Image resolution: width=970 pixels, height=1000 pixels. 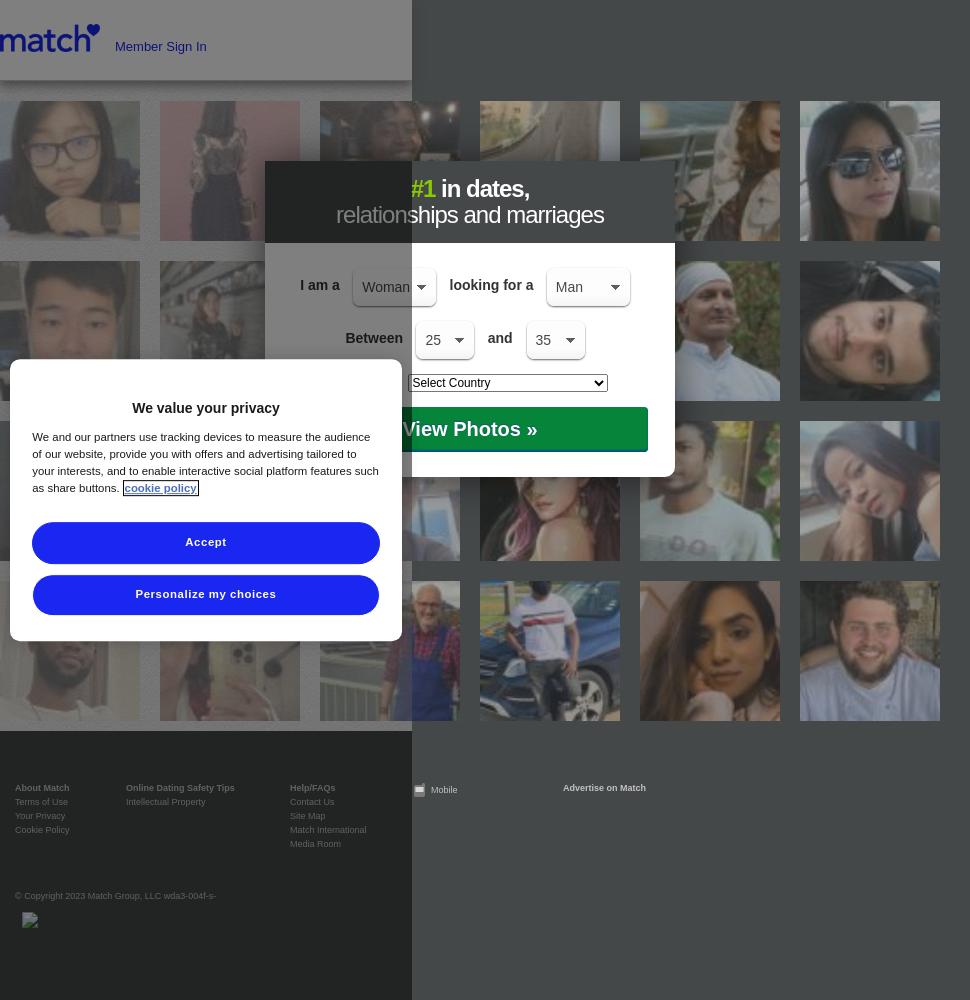 I want to click on 'About Match', so click(x=42, y=788).